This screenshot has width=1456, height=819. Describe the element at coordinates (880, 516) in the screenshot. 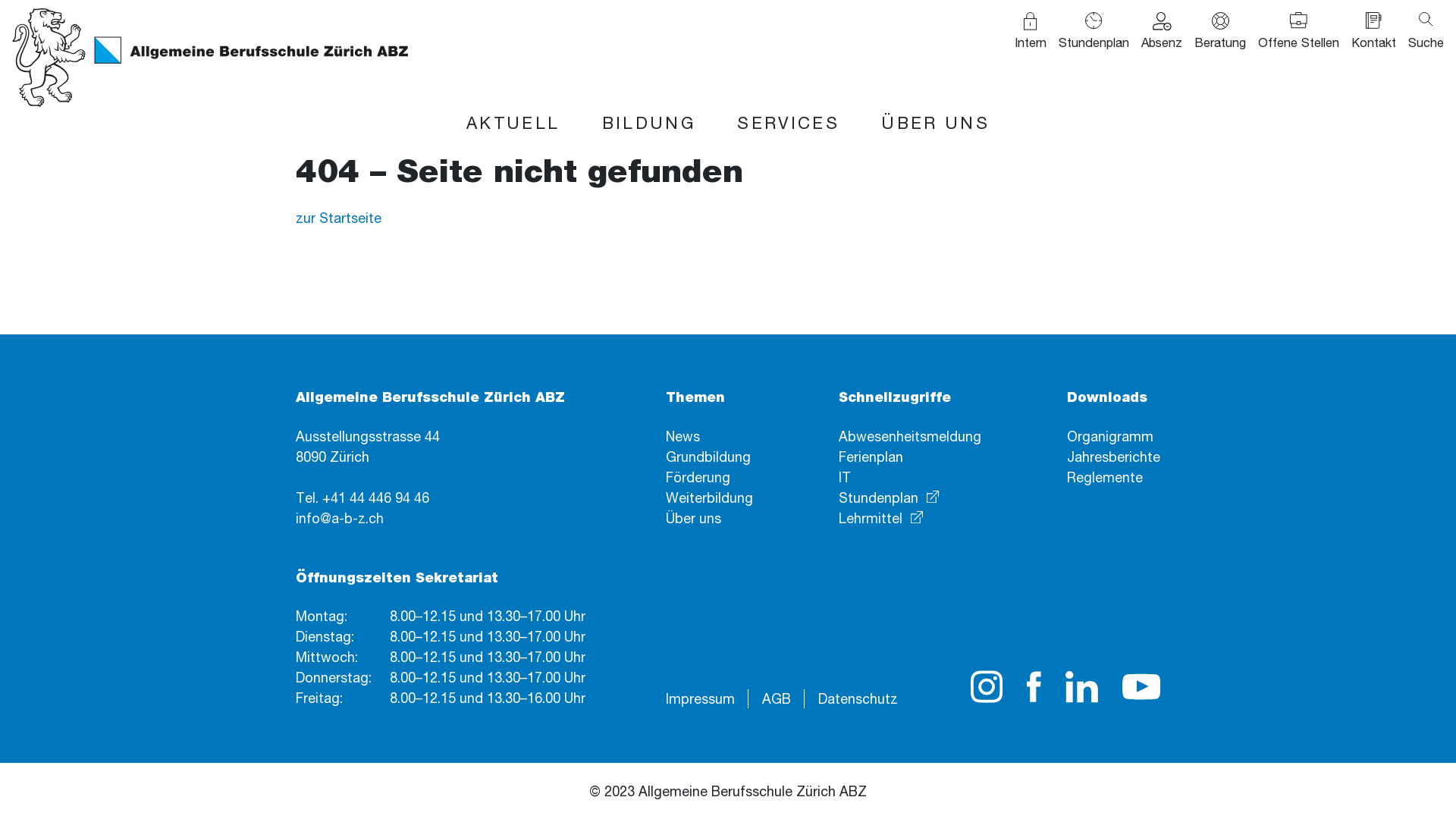

I see `'Lehrmittel'` at that location.